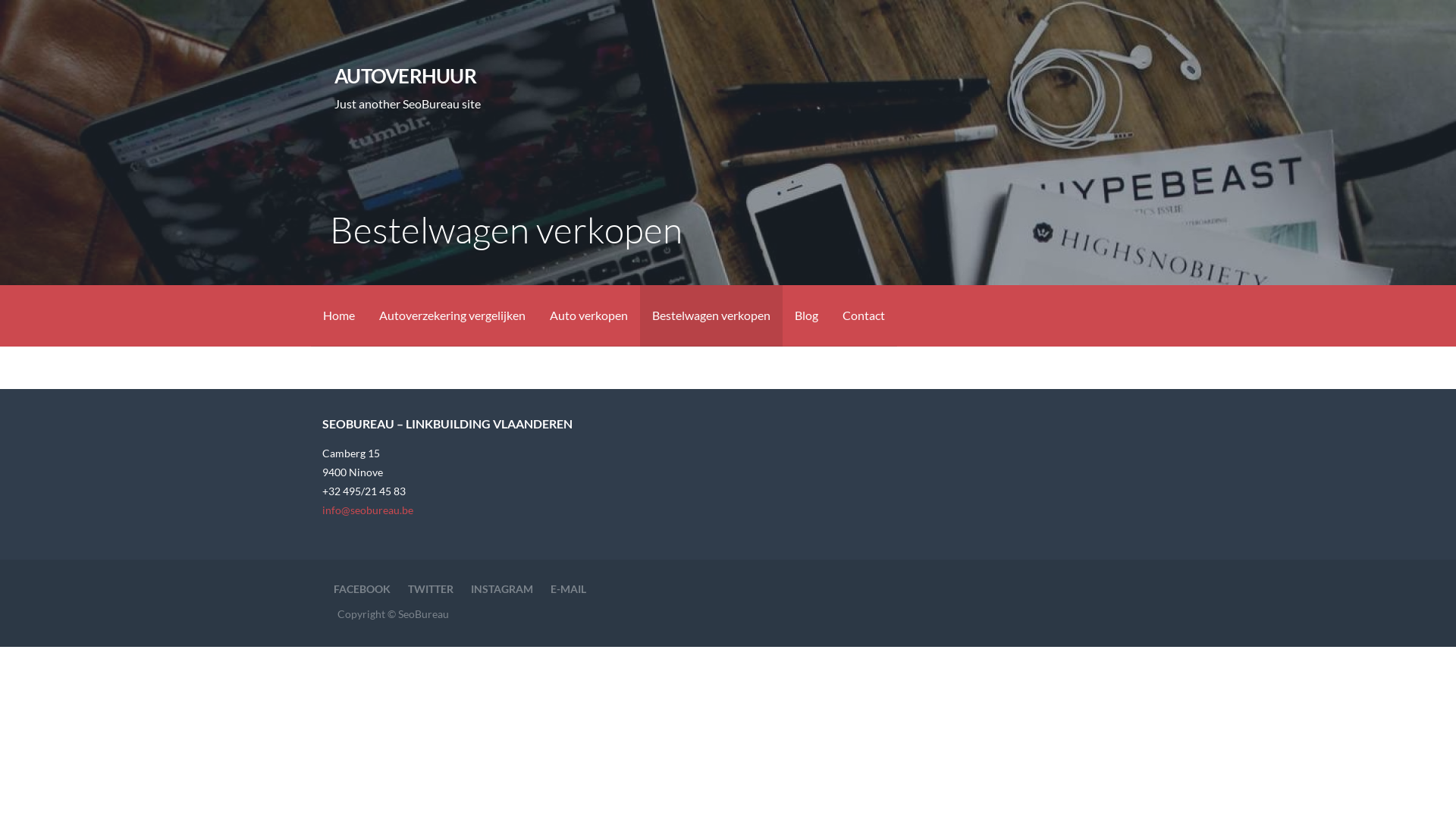 This screenshot has width=1456, height=819. What do you see at coordinates (337, 315) in the screenshot?
I see `'Home'` at bounding box center [337, 315].